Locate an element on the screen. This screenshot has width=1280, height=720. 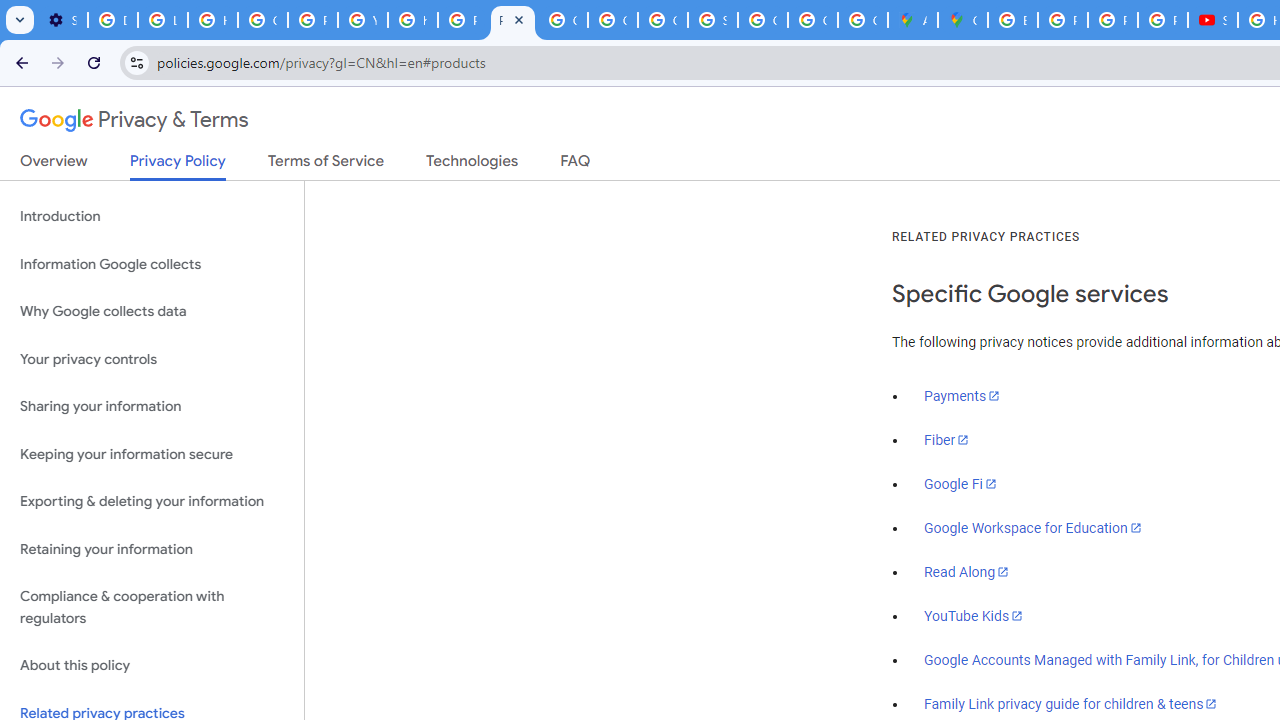
'Privacy Help Center - Policies Help' is located at coordinates (1111, 20).